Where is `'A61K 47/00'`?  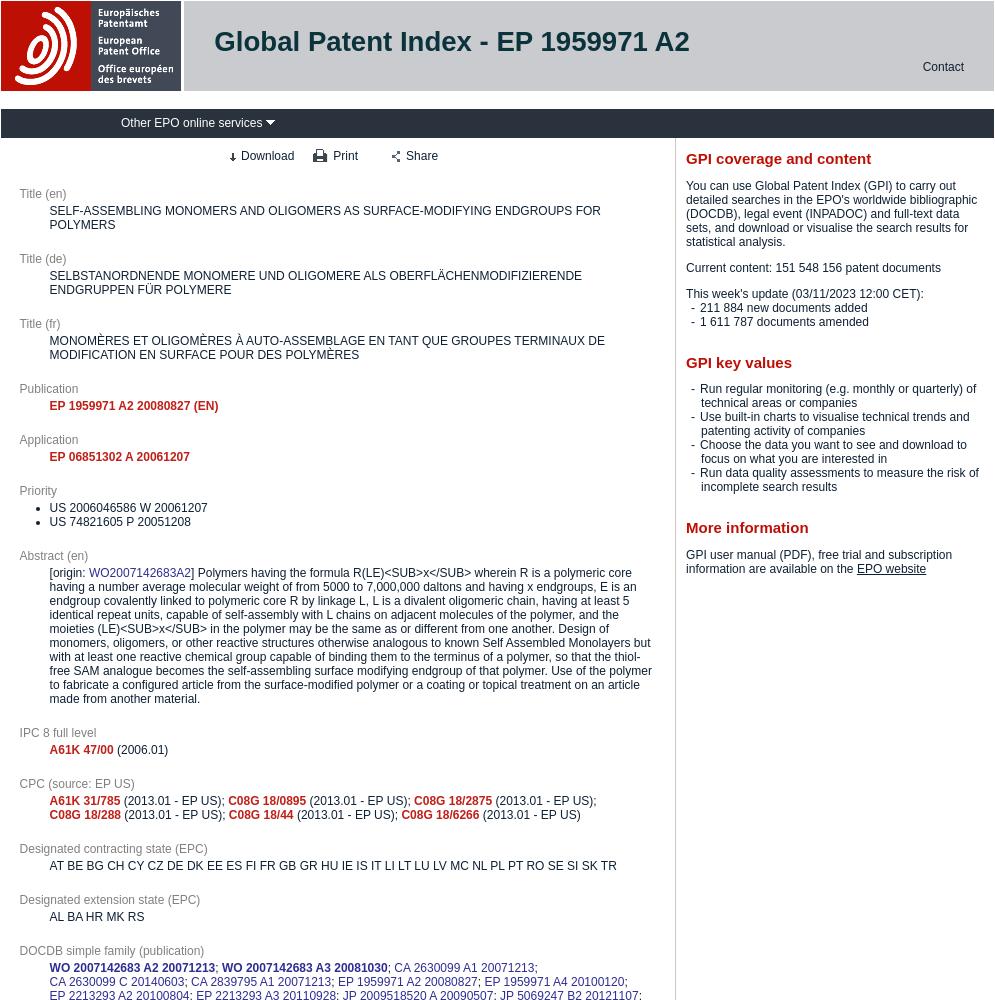 'A61K 47/00' is located at coordinates (47, 748).